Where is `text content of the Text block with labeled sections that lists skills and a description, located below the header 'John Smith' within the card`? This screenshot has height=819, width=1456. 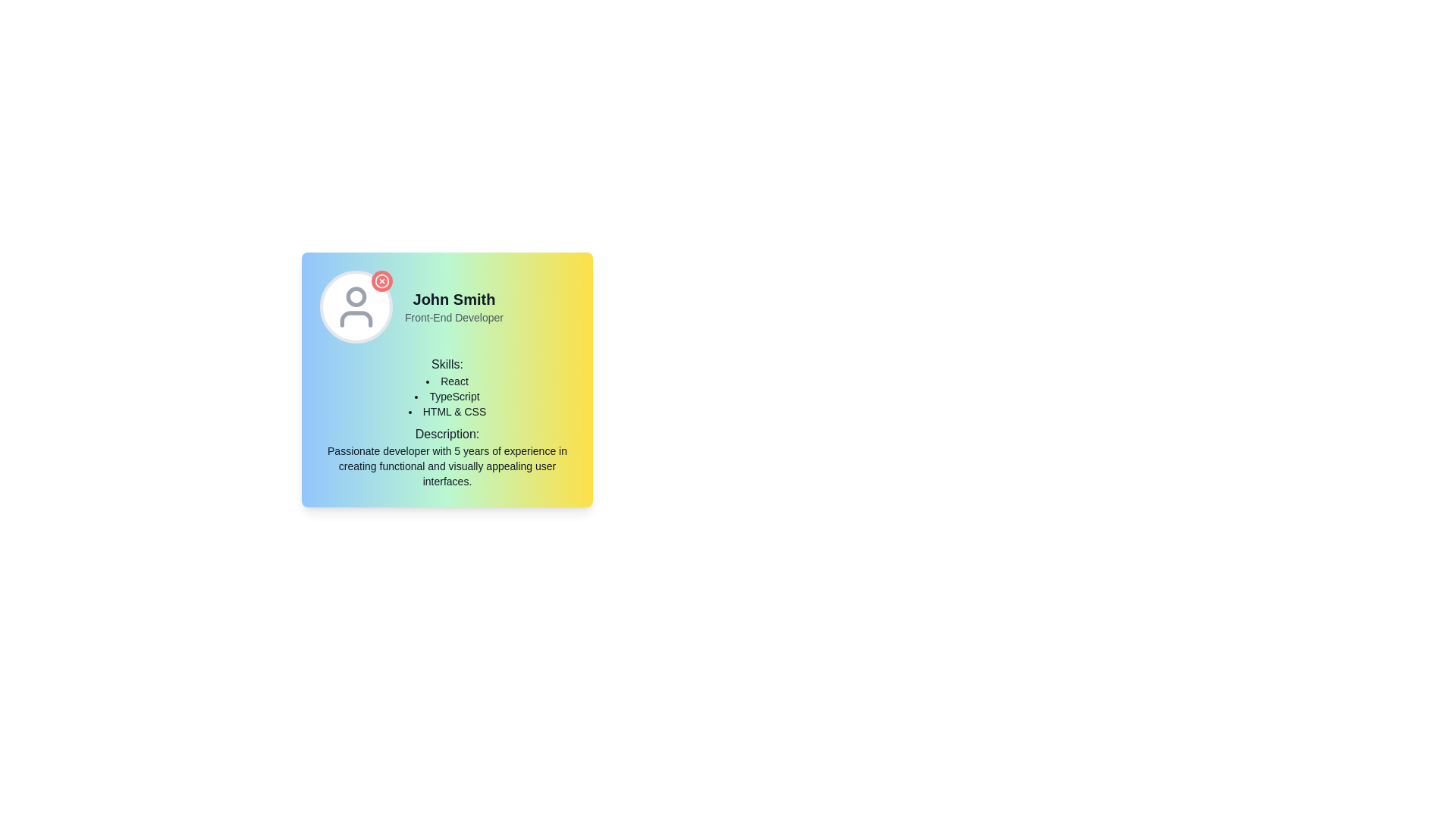
text content of the Text block with labeled sections that lists skills and a description, located below the header 'John Smith' within the card is located at coordinates (447, 422).